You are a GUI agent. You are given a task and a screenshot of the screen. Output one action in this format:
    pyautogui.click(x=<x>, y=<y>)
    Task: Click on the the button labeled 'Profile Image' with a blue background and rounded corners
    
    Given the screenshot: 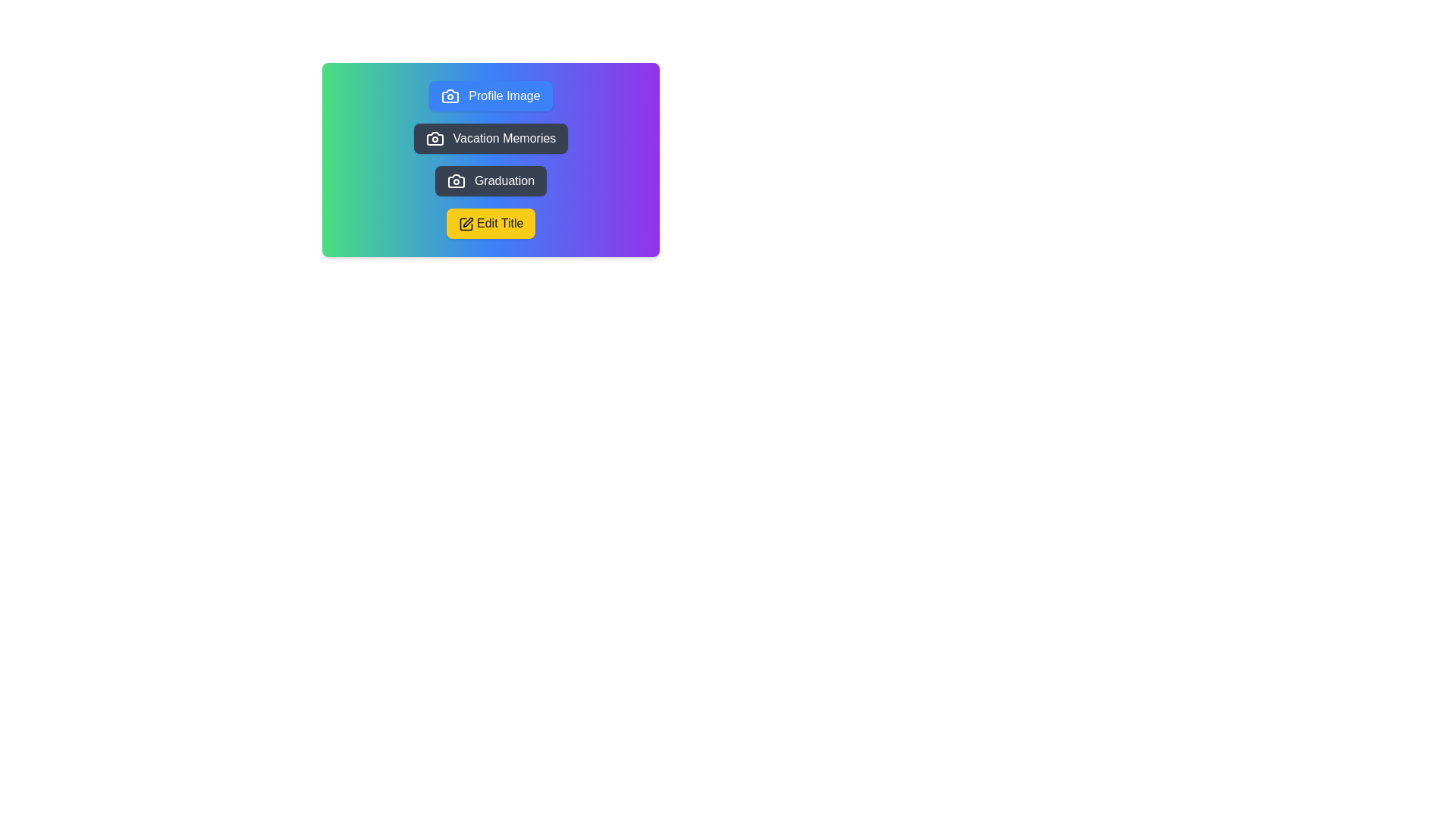 What is the action you would take?
    pyautogui.click(x=491, y=96)
    